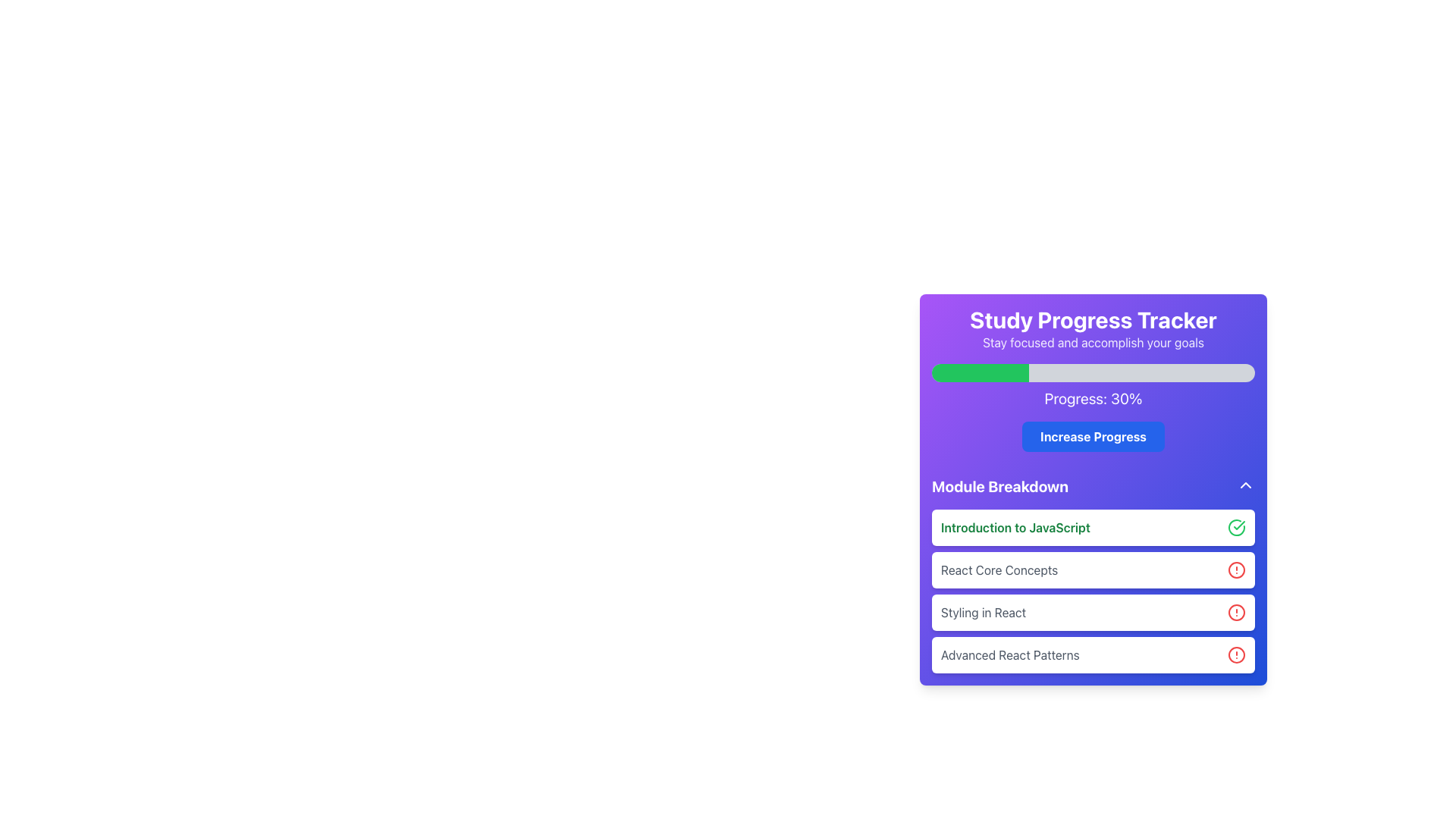  I want to click on the status indication of the right-aligned SVG Circle in the 'React Core Concepts' module row, which signals an error or alert state, so click(1237, 570).